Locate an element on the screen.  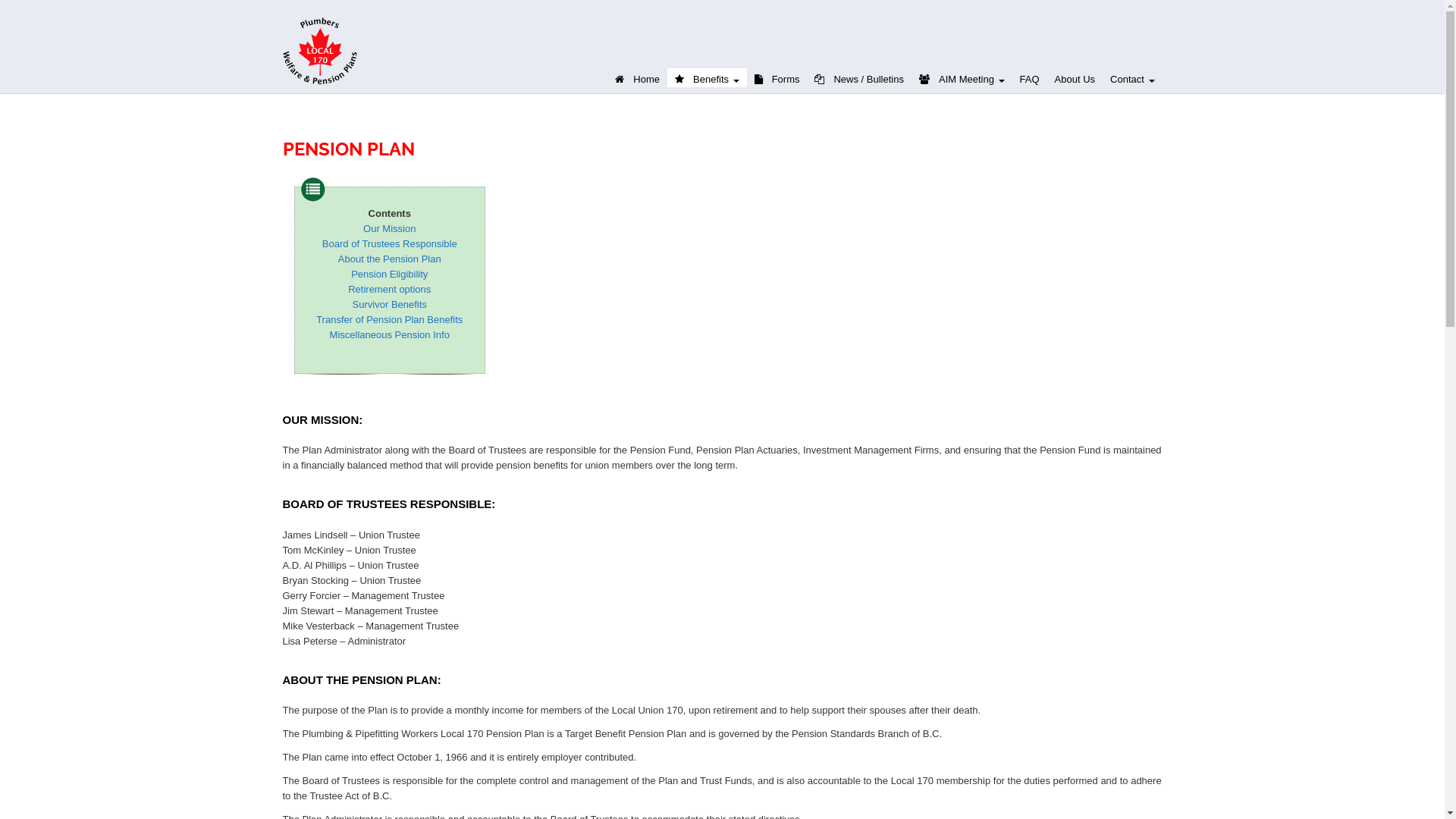
'Survivor Benefits' is located at coordinates (389, 304).